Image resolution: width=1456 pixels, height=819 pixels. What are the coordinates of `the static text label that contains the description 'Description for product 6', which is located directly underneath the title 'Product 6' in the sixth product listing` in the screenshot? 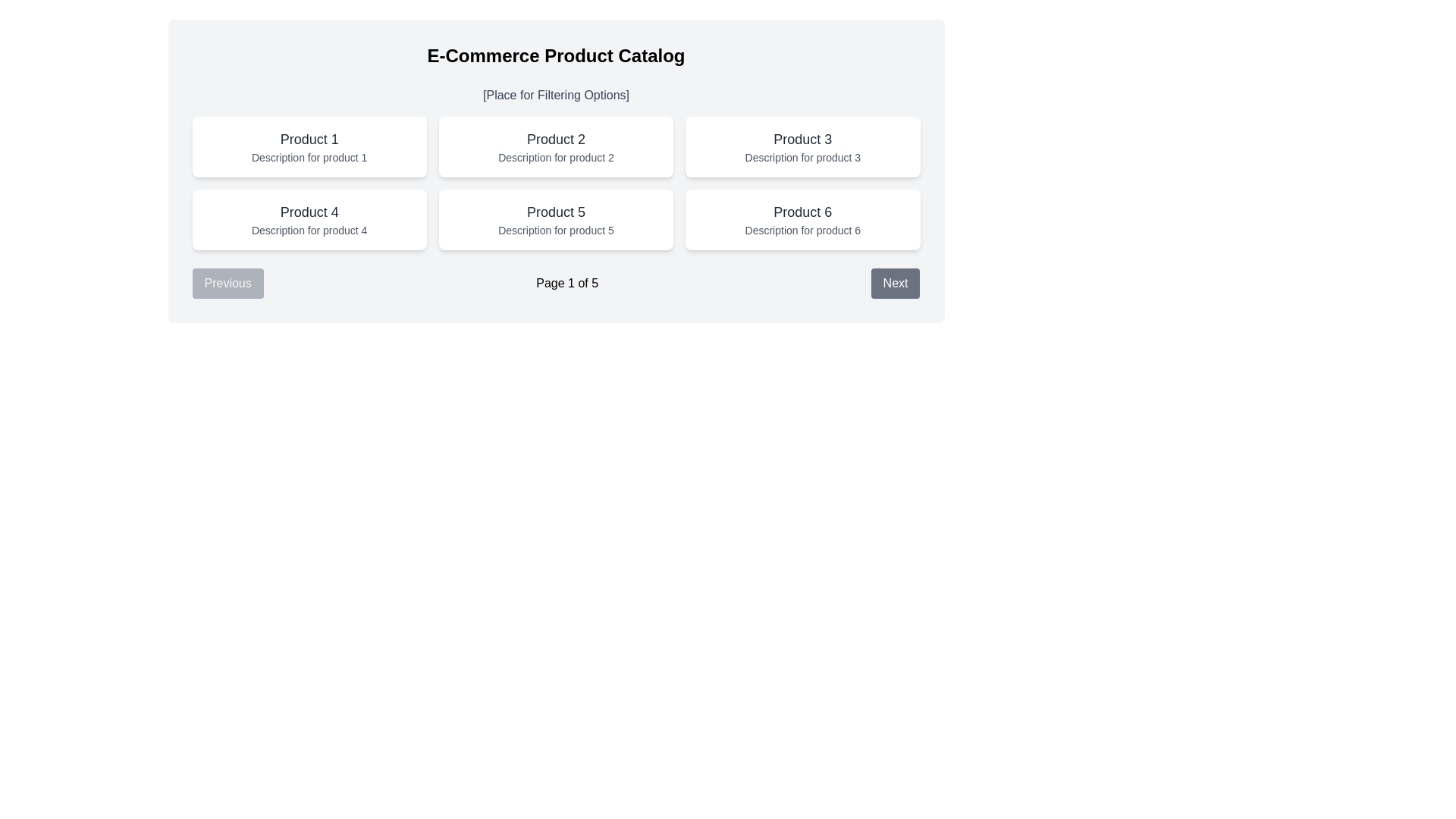 It's located at (802, 231).